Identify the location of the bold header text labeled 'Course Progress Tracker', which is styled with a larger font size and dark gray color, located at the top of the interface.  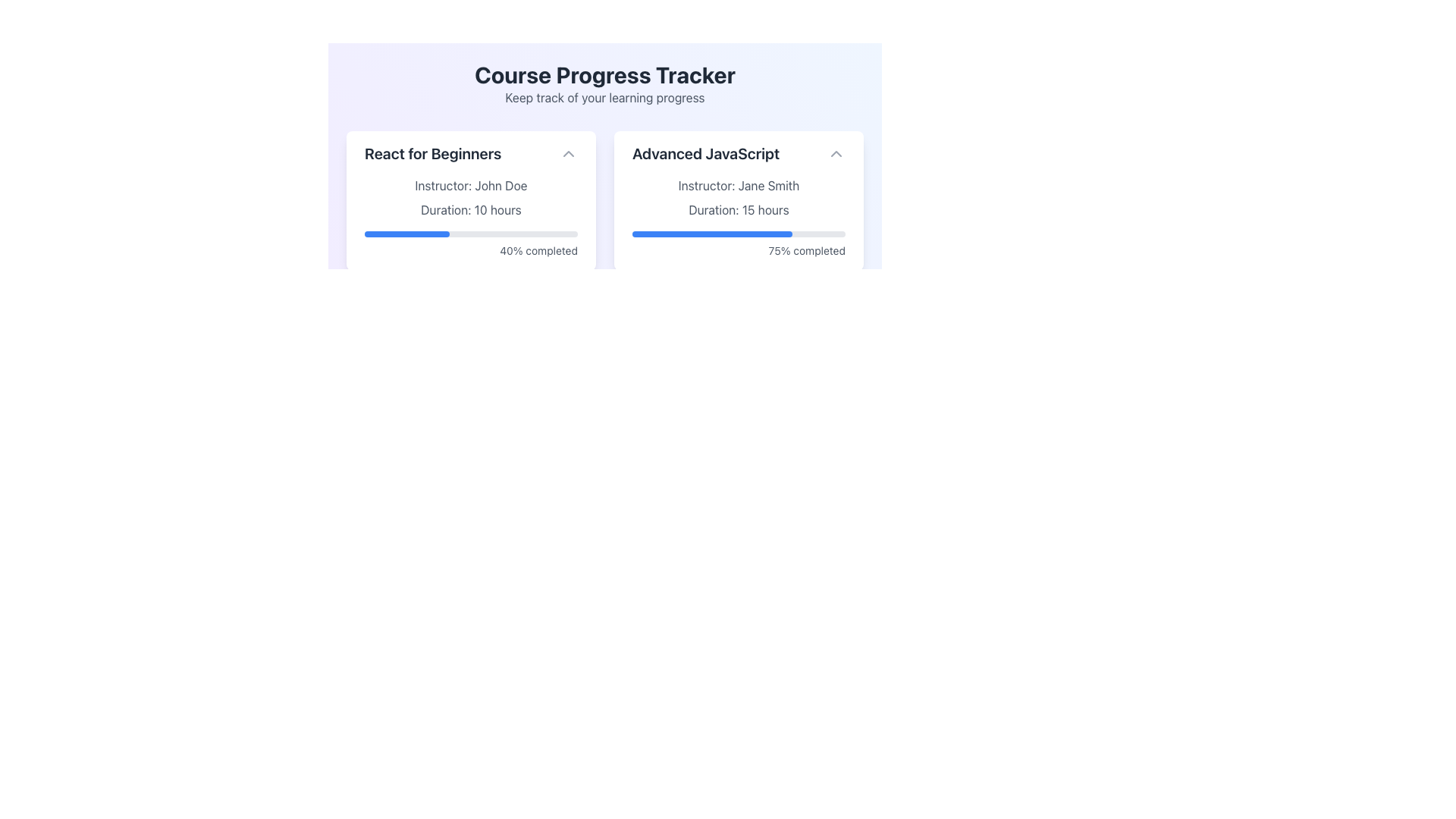
(604, 75).